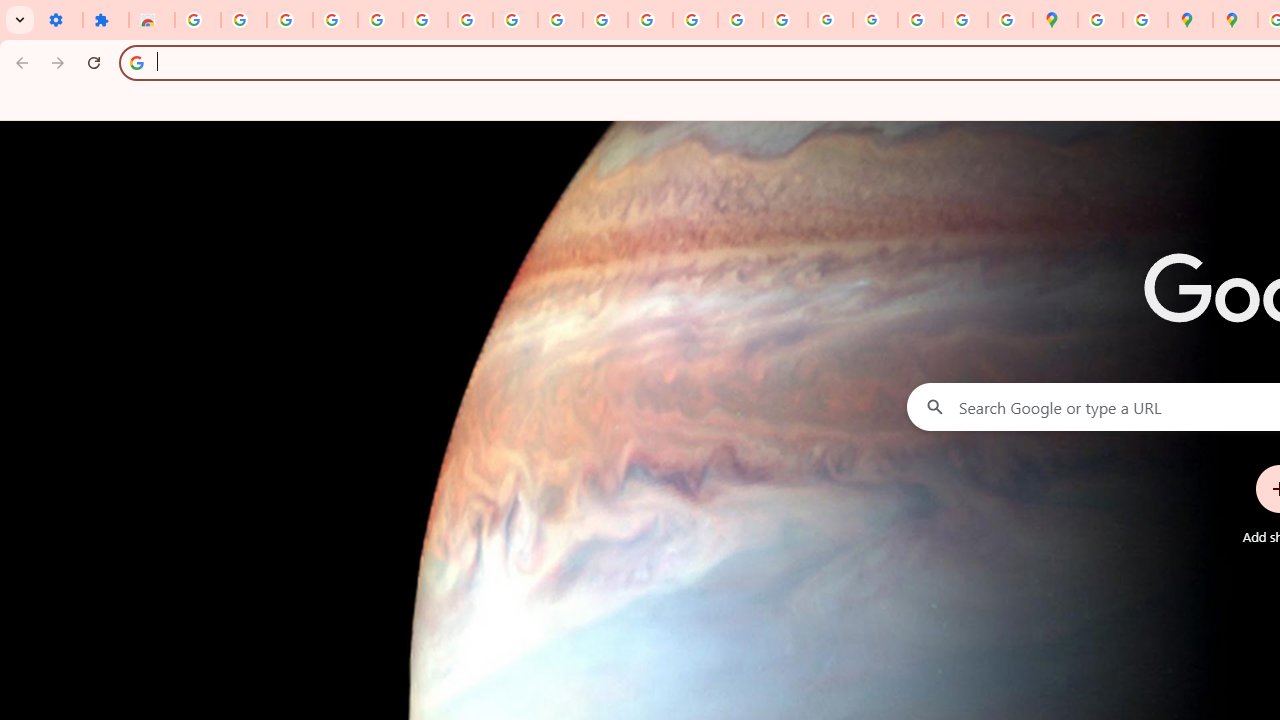 This screenshot has height=720, width=1280. I want to click on 'Safety in Our Products - Google Safety Center', so click(1145, 20).